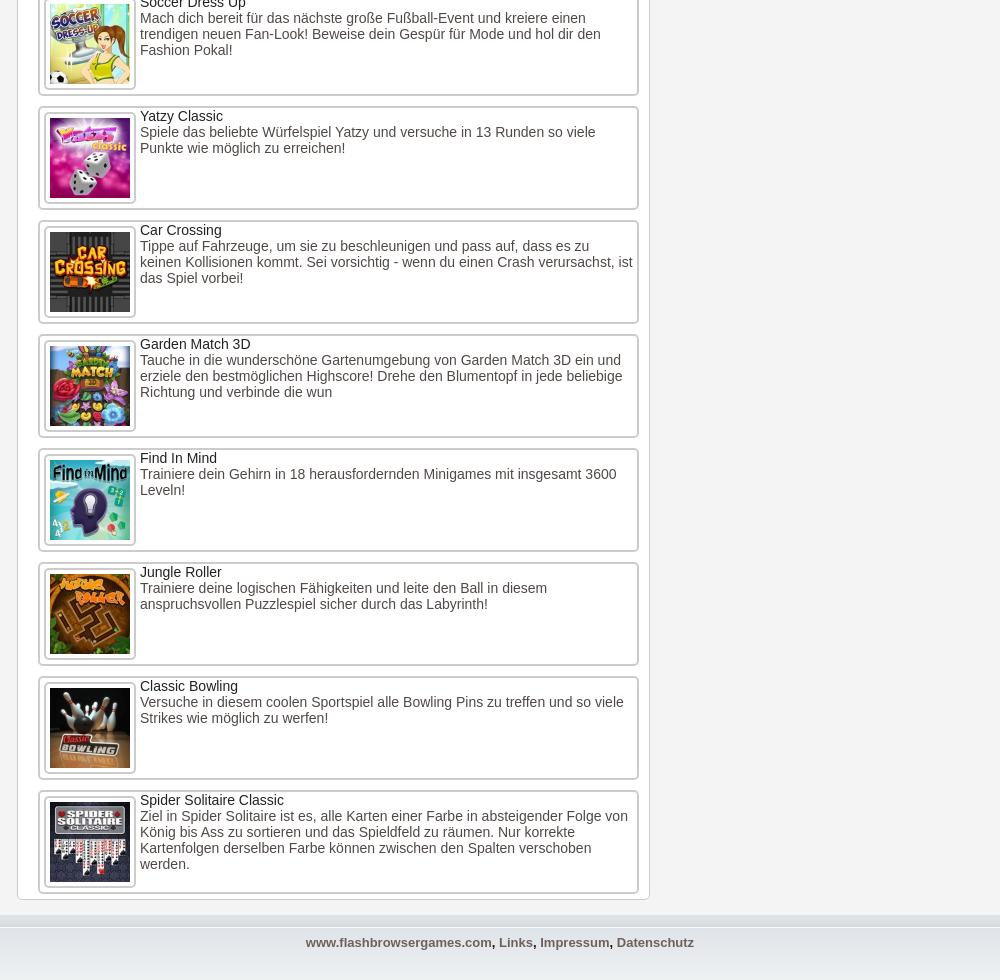 This screenshot has width=1000, height=980. I want to click on 'www.flashbrowsergames.com', so click(398, 942).